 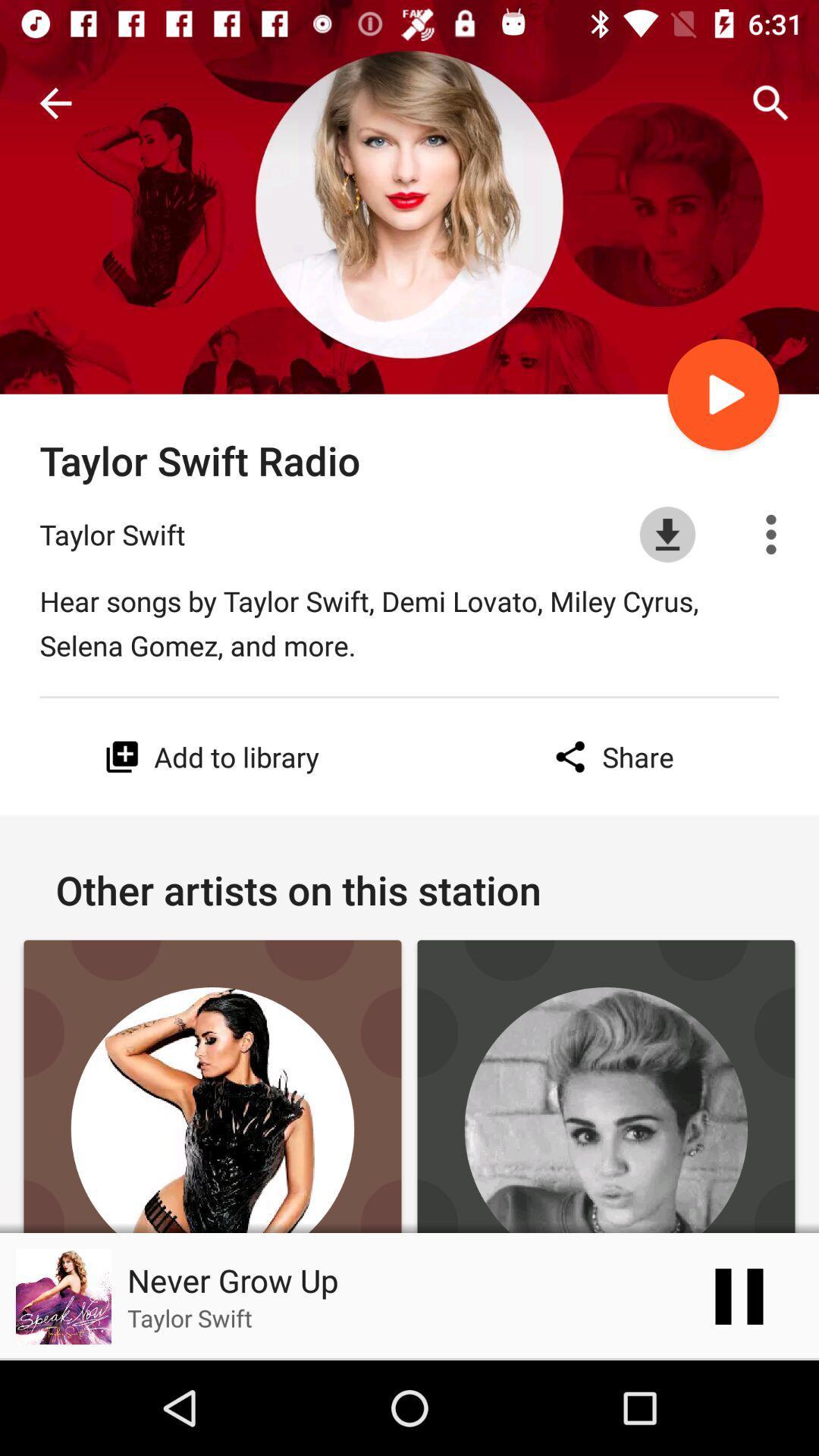 What do you see at coordinates (610, 757) in the screenshot?
I see `share icon which is beside add to library` at bounding box center [610, 757].